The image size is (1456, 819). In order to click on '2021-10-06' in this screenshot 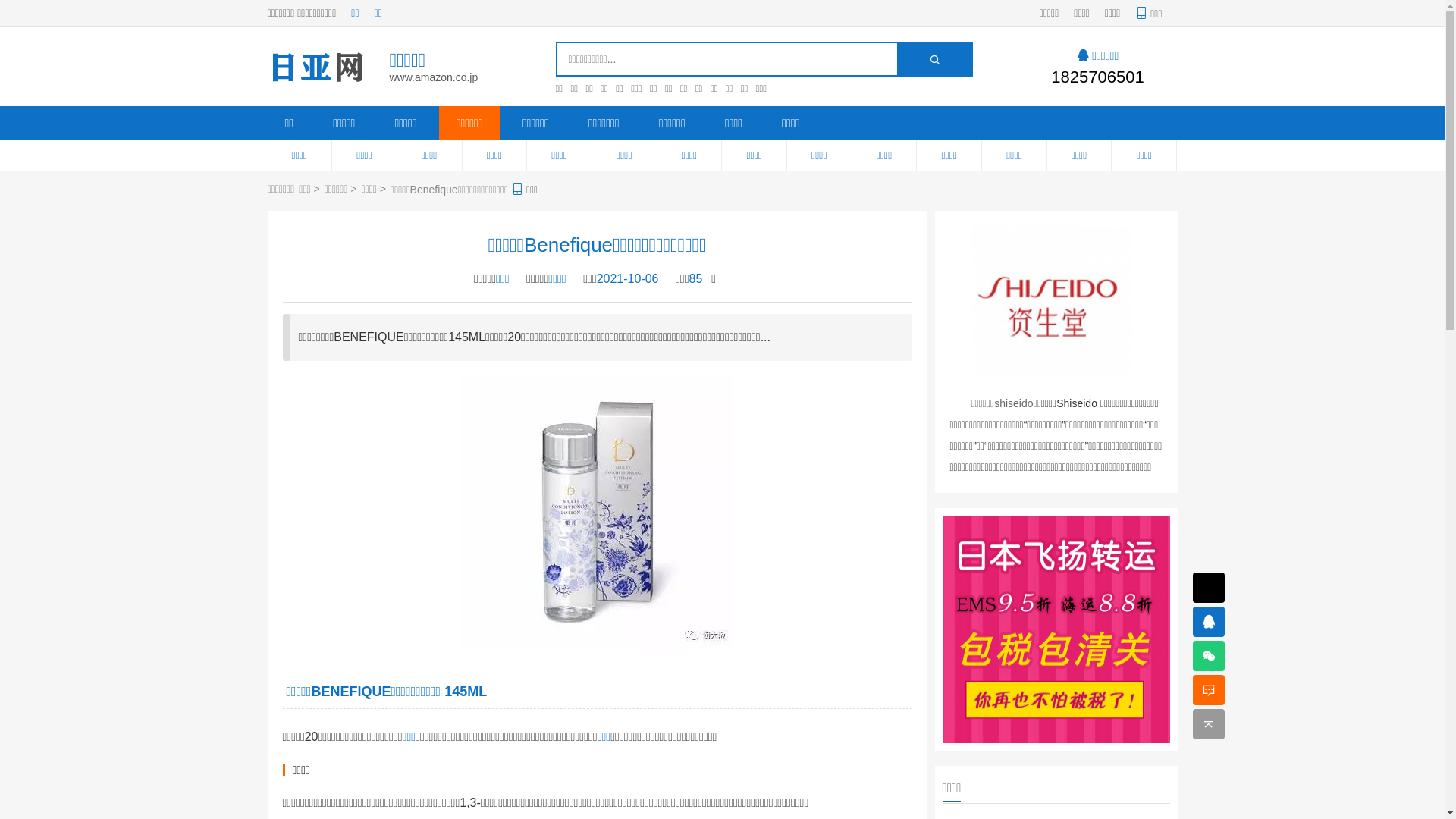, I will do `click(628, 278)`.